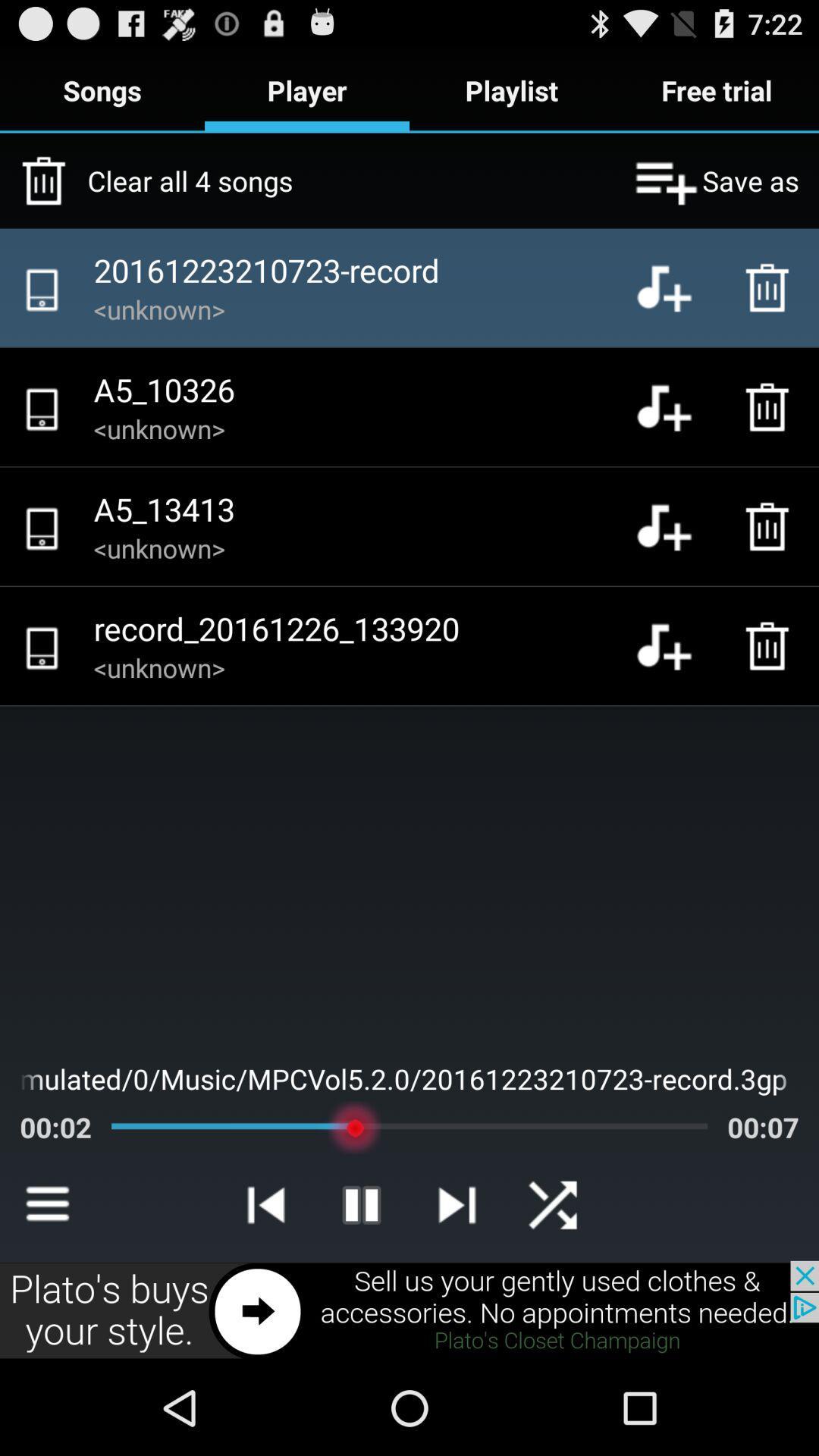  I want to click on adverdasmand, so click(409, 1310).